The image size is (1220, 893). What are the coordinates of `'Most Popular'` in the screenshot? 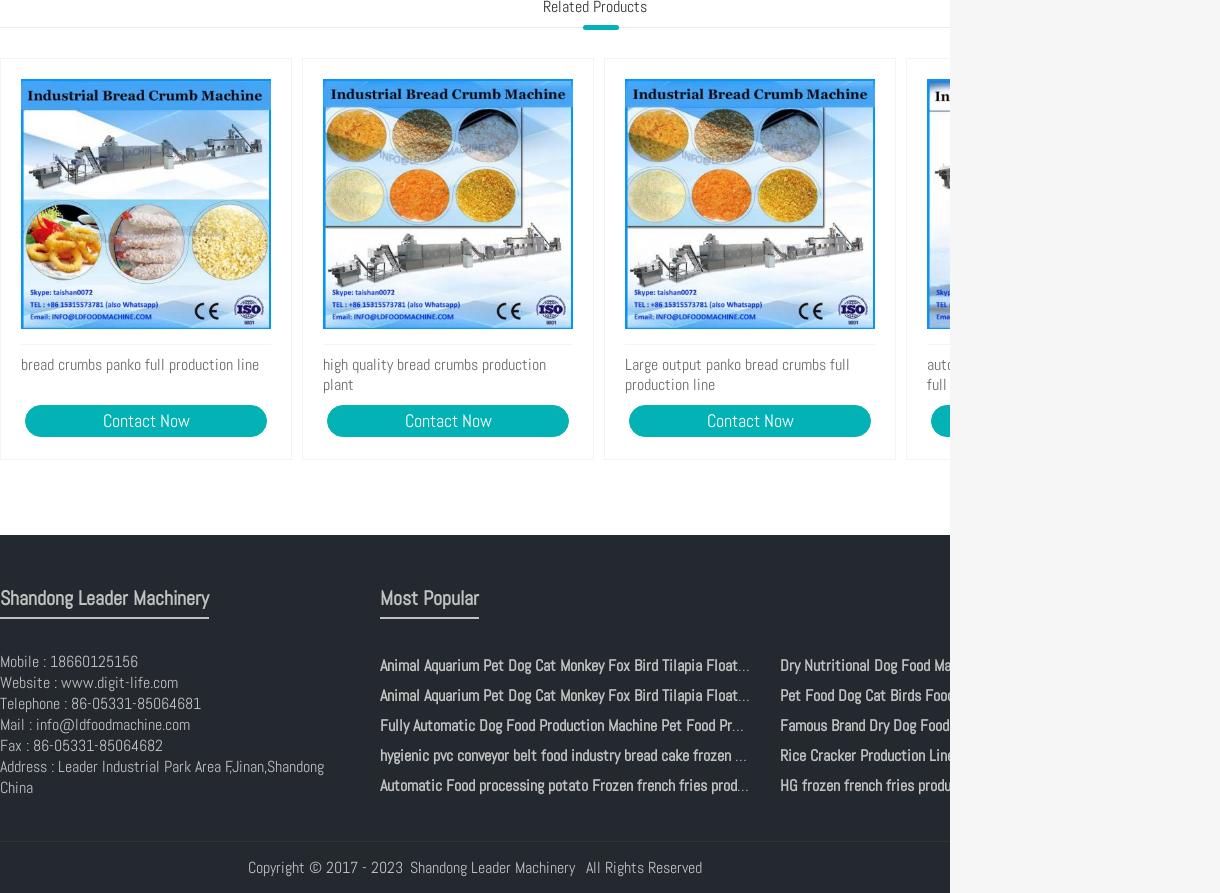 It's located at (379, 598).